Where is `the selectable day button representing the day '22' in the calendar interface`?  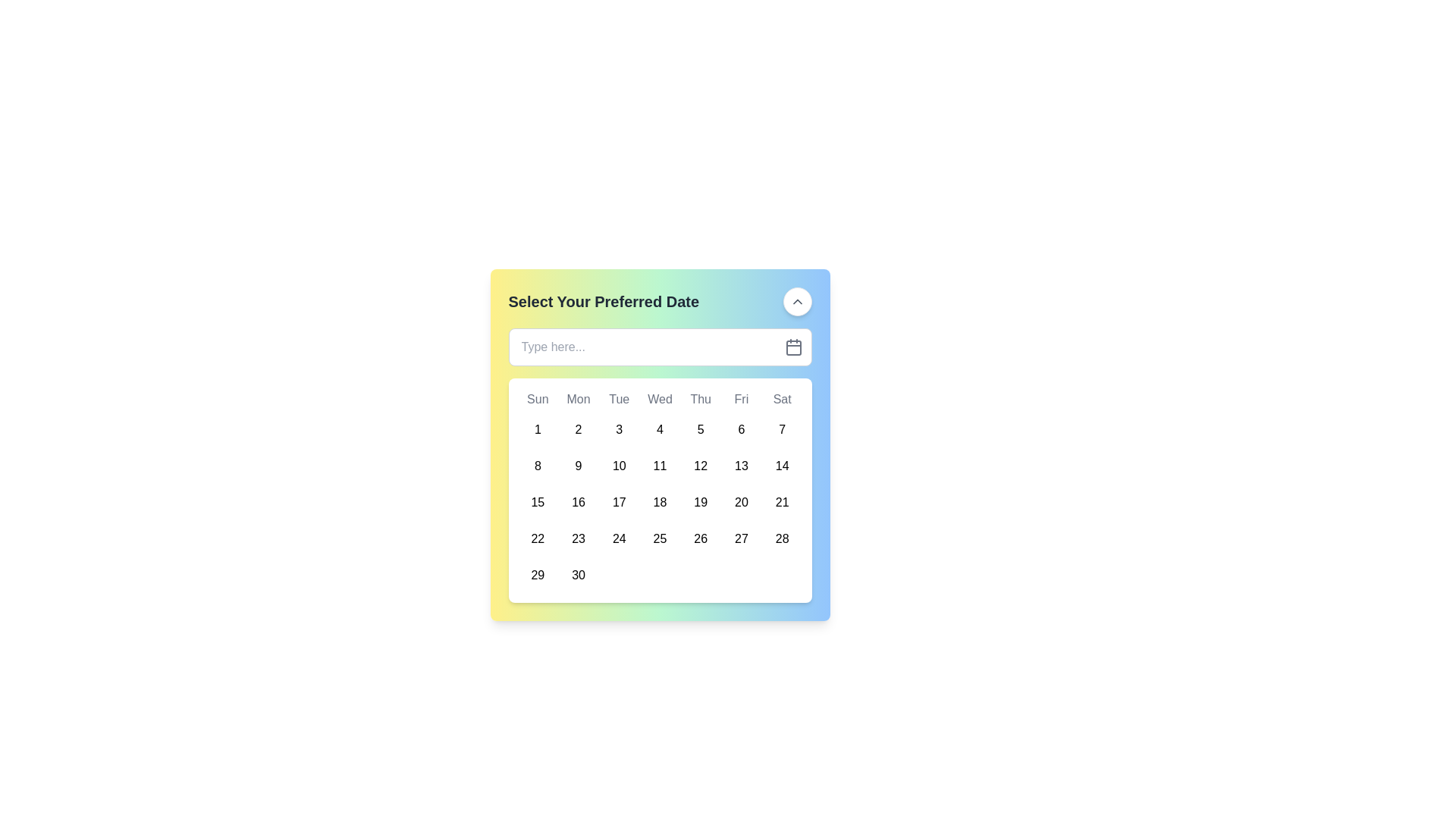 the selectable day button representing the day '22' in the calendar interface is located at coordinates (538, 538).